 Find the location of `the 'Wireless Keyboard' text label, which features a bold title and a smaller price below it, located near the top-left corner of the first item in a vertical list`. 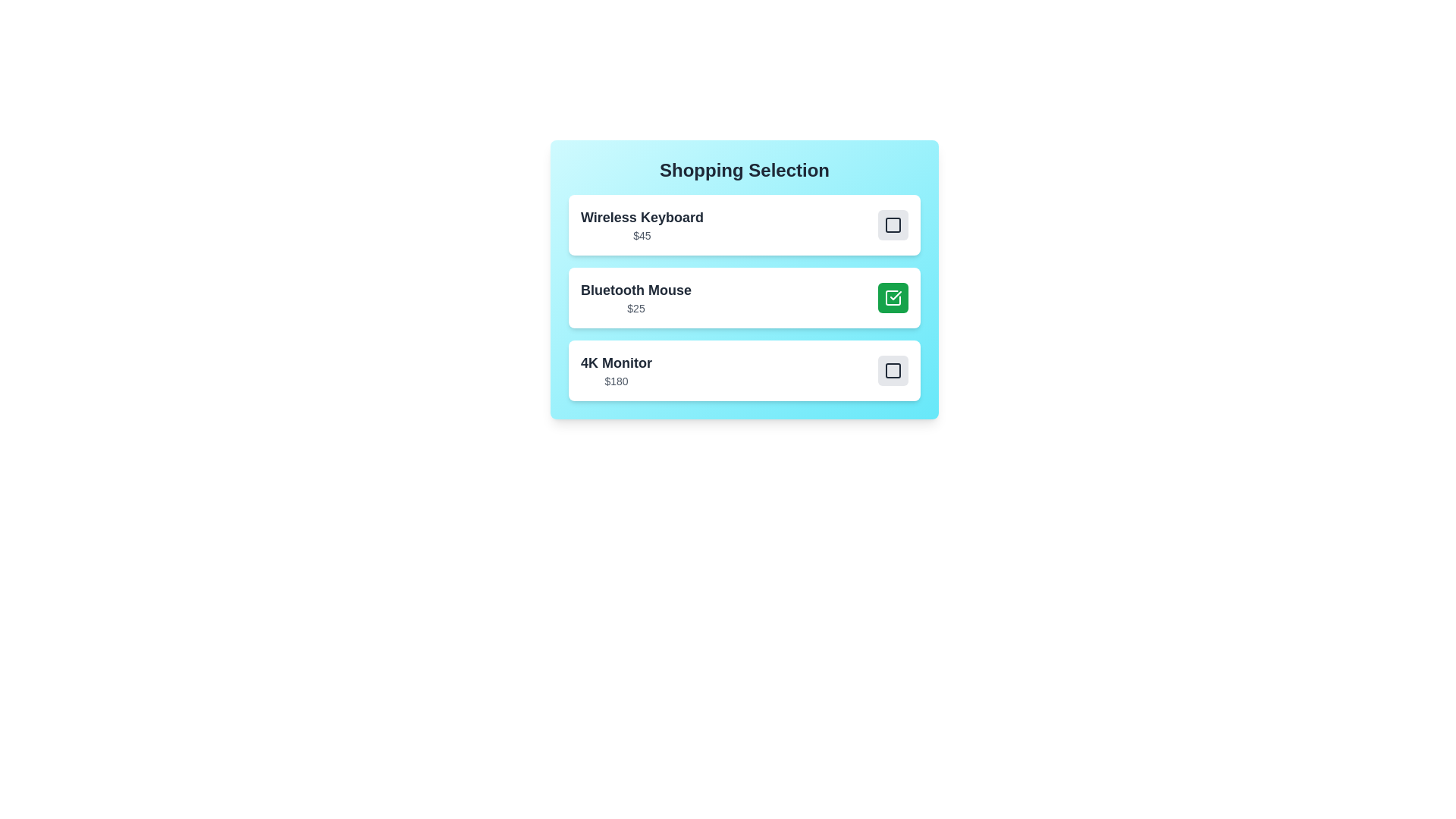

the 'Wireless Keyboard' text label, which features a bold title and a smaller price below it, located near the top-left corner of the first item in a vertical list is located at coordinates (642, 225).